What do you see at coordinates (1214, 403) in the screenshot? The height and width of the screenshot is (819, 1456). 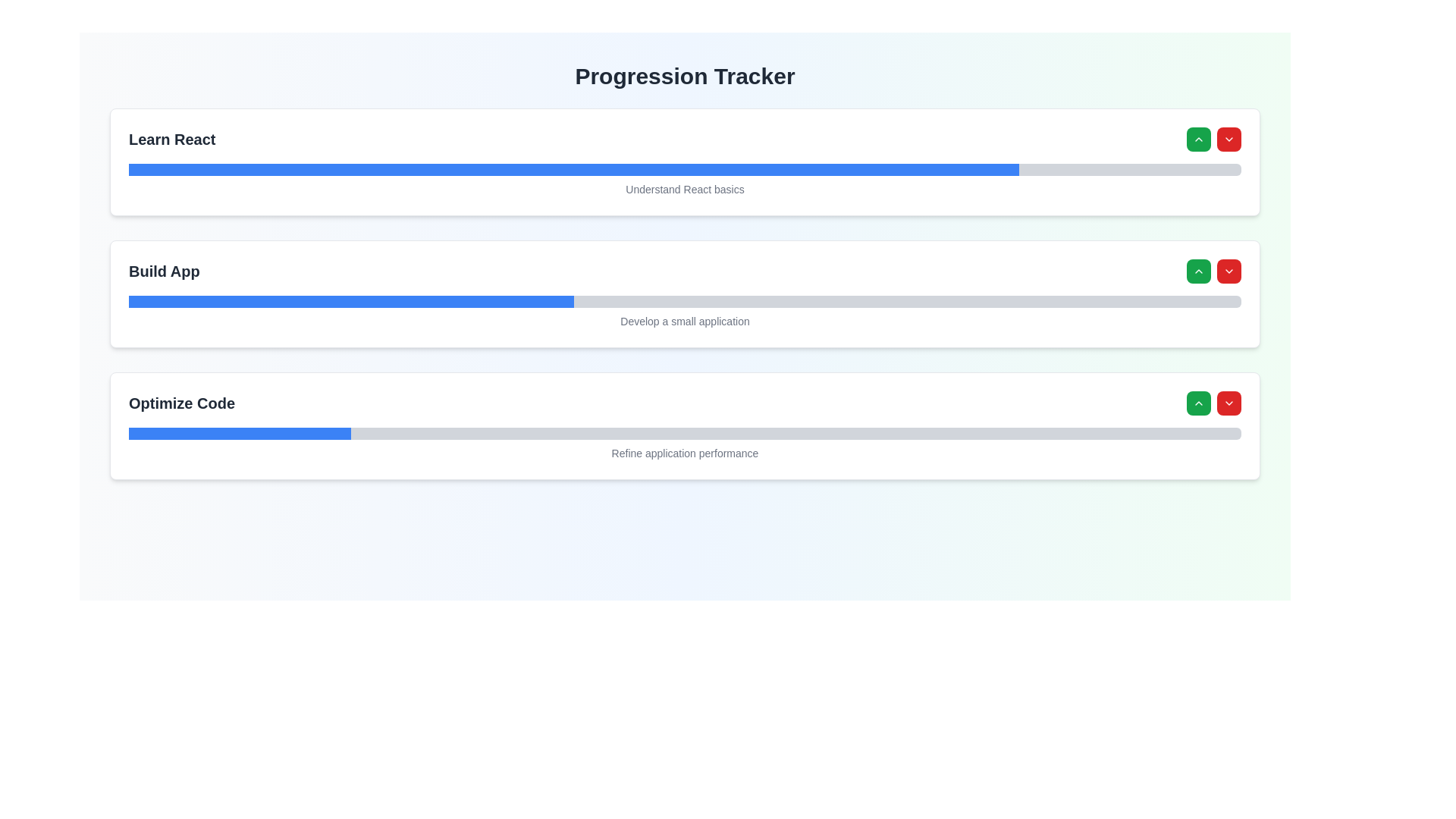 I see `the downward adjustment button located to the far right of the 'Optimize Code' section, adjacent to the green upward arrow button` at bounding box center [1214, 403].